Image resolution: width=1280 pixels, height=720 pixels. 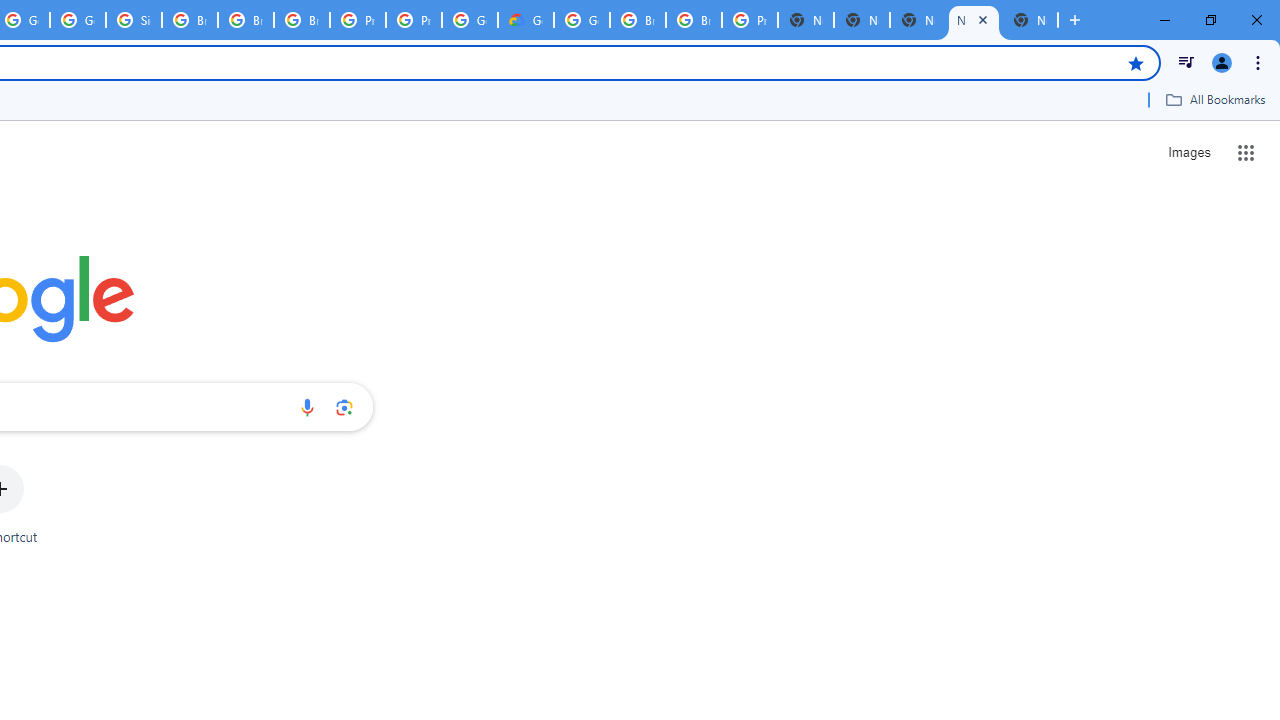 I want to click on 'Control your music, videos, and more', so click(x=1185, y=61).